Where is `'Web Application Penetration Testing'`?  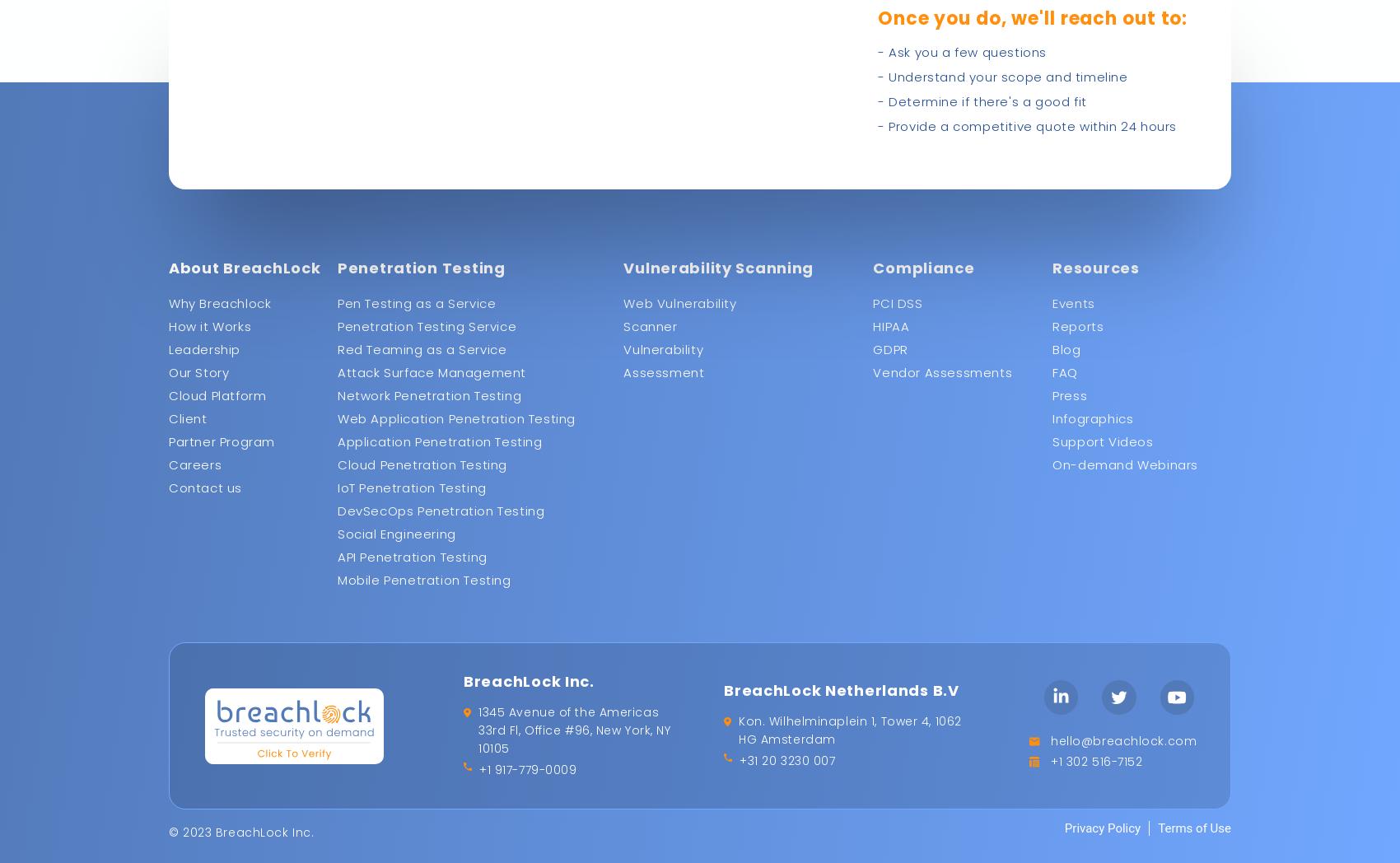 'Web Application Penetration Testing' is located at coordinates (455, 418).